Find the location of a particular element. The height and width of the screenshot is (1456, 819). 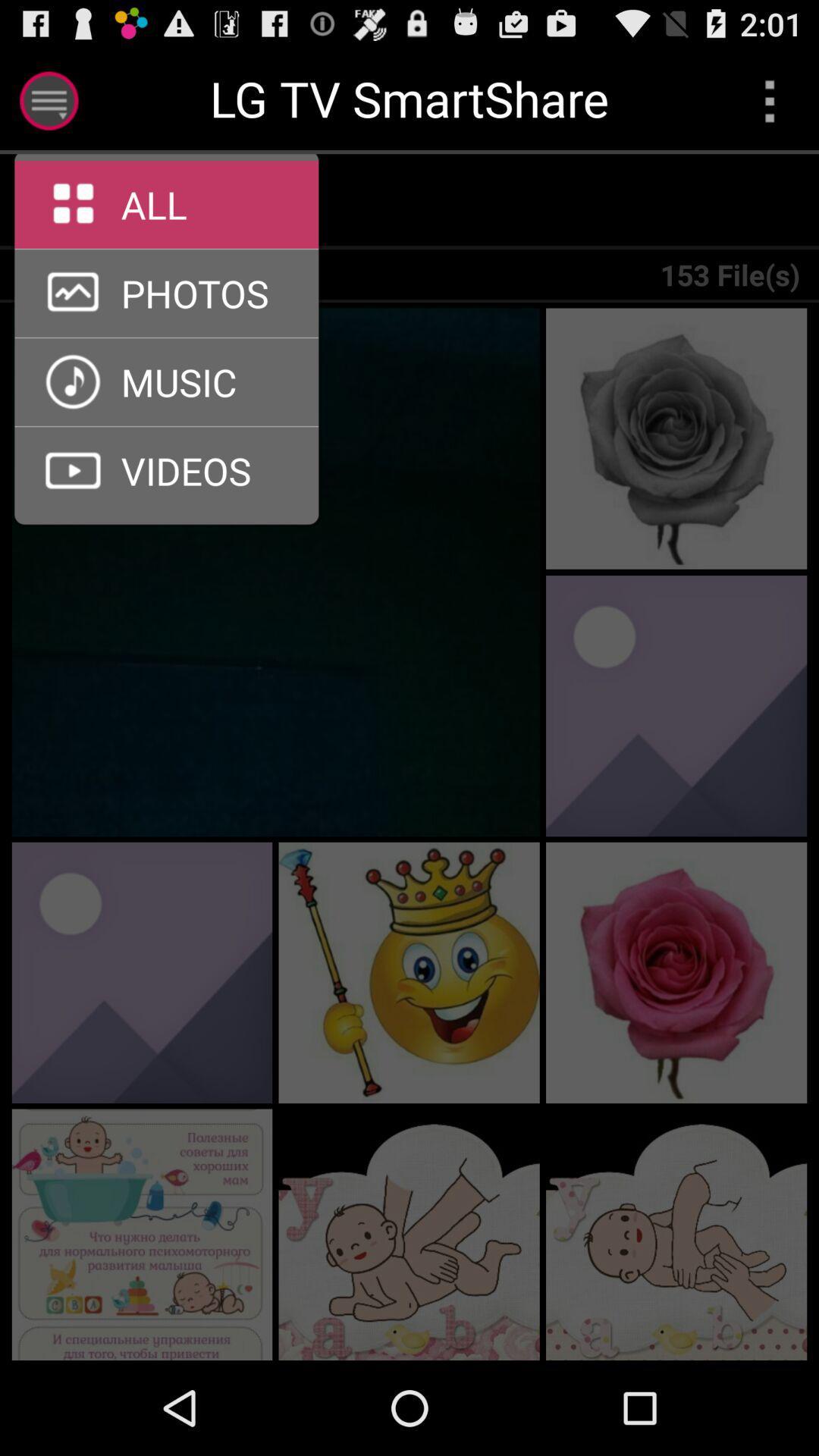

the arrow_forward icon is located at coordinates (166, 360).